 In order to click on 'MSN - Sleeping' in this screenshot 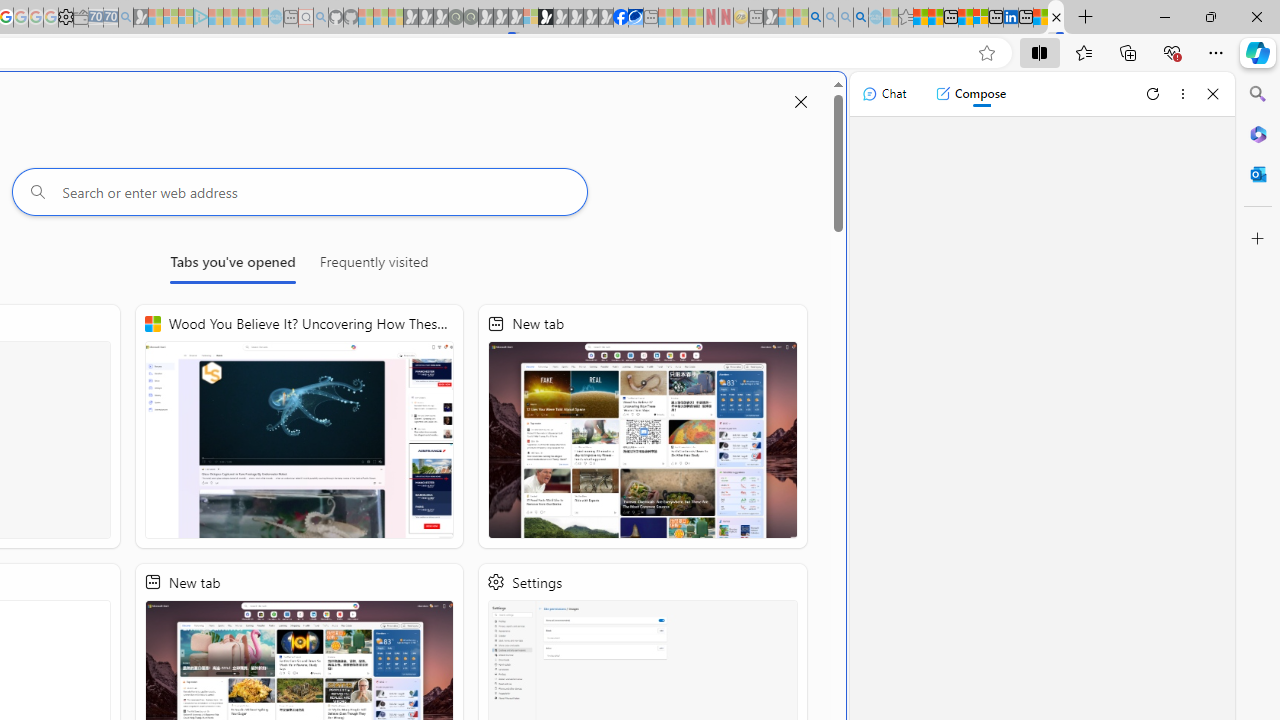, I will do `click(770, 17)`.